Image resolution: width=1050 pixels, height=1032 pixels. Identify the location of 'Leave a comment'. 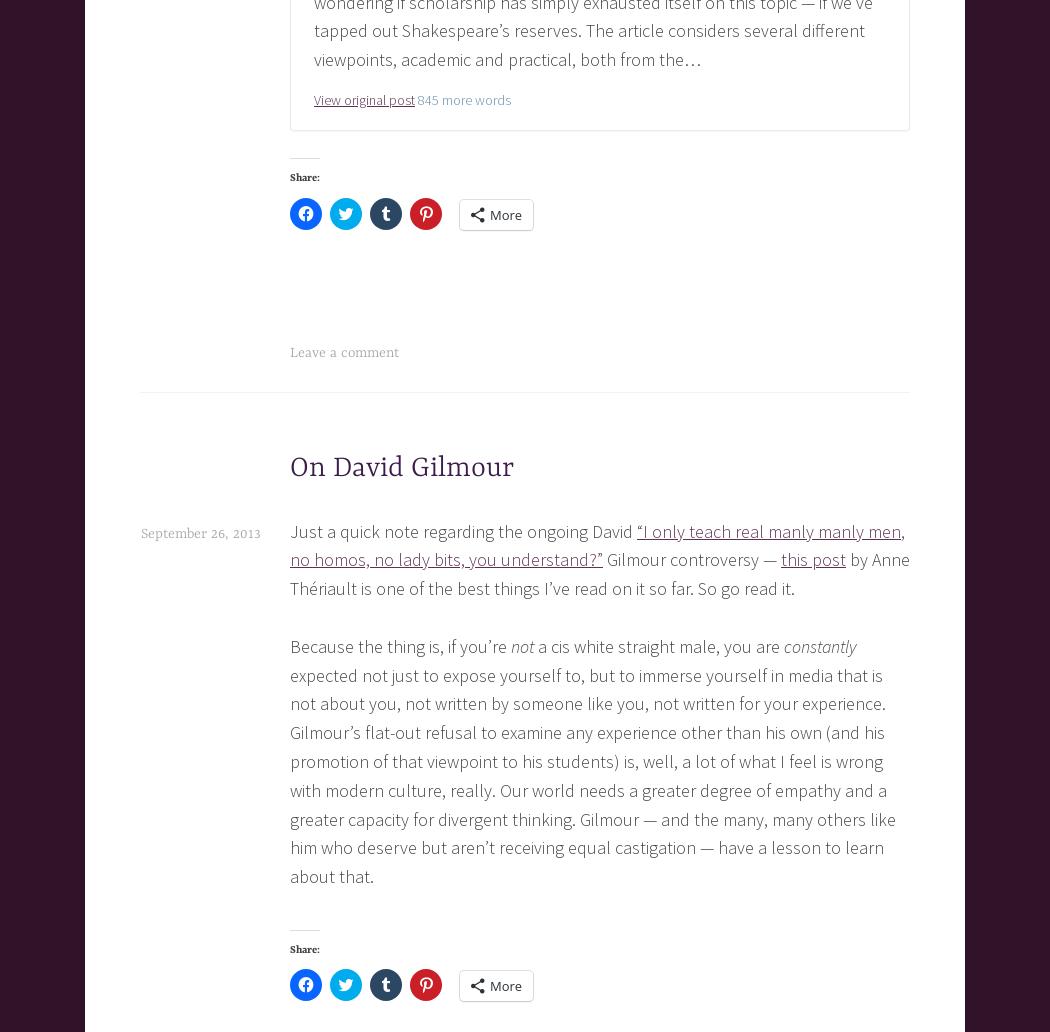
(343, 352).